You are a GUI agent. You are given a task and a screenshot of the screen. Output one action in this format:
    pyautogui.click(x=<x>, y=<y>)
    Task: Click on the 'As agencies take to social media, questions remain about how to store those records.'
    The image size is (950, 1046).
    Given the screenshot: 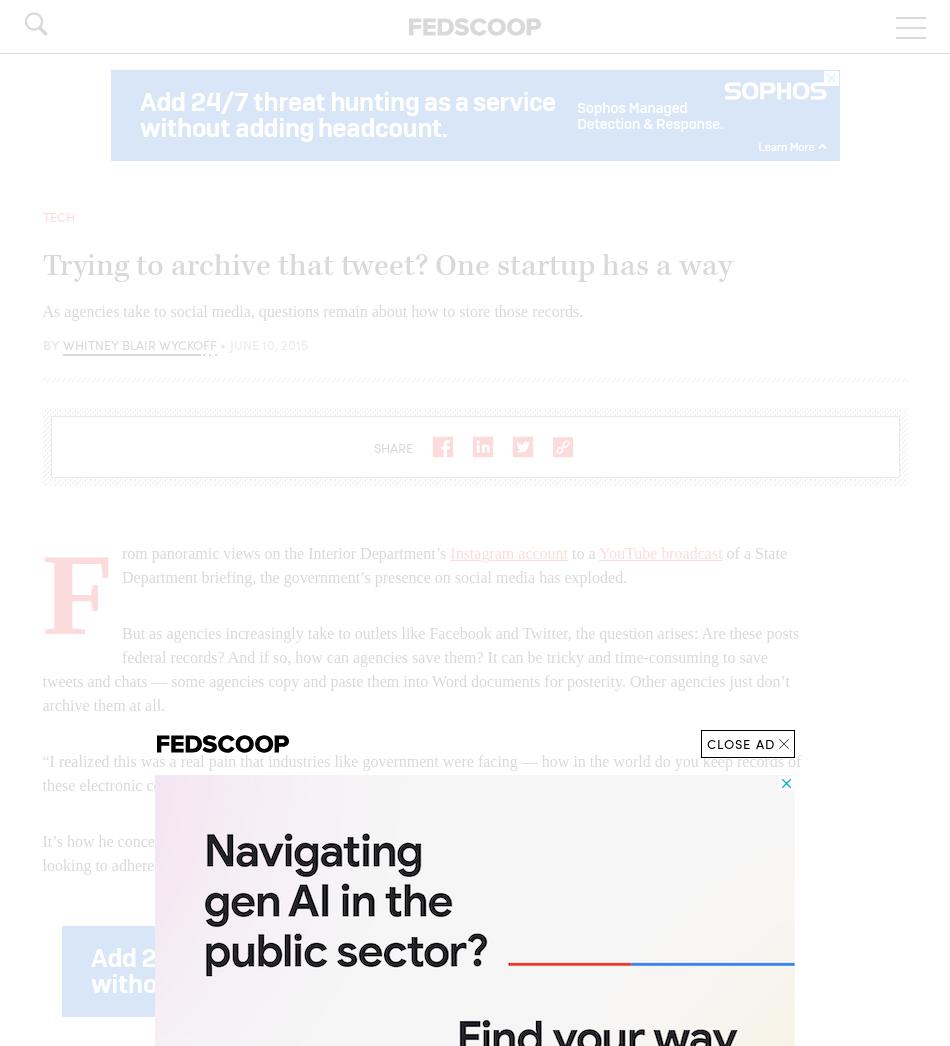 What is the action you would take?
    pyautogui.click(x=311, y=310)
    